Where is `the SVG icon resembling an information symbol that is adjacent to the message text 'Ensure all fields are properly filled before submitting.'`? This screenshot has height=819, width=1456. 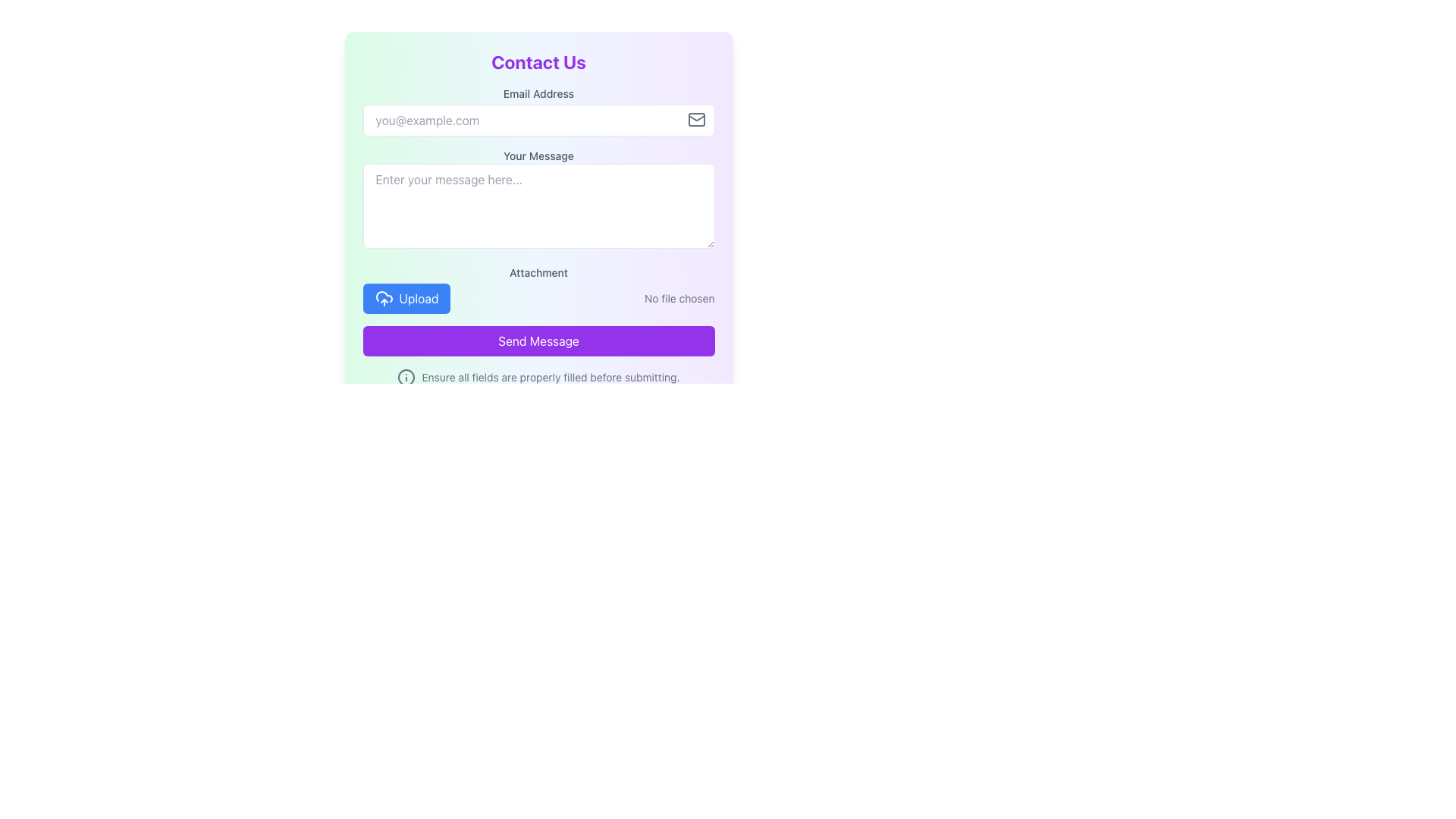
the SVG icon resembling an information symbol that is adjacent to the message text 'Ensure all fields are properly filled before submitting.' is located at coordinates (406, 376).